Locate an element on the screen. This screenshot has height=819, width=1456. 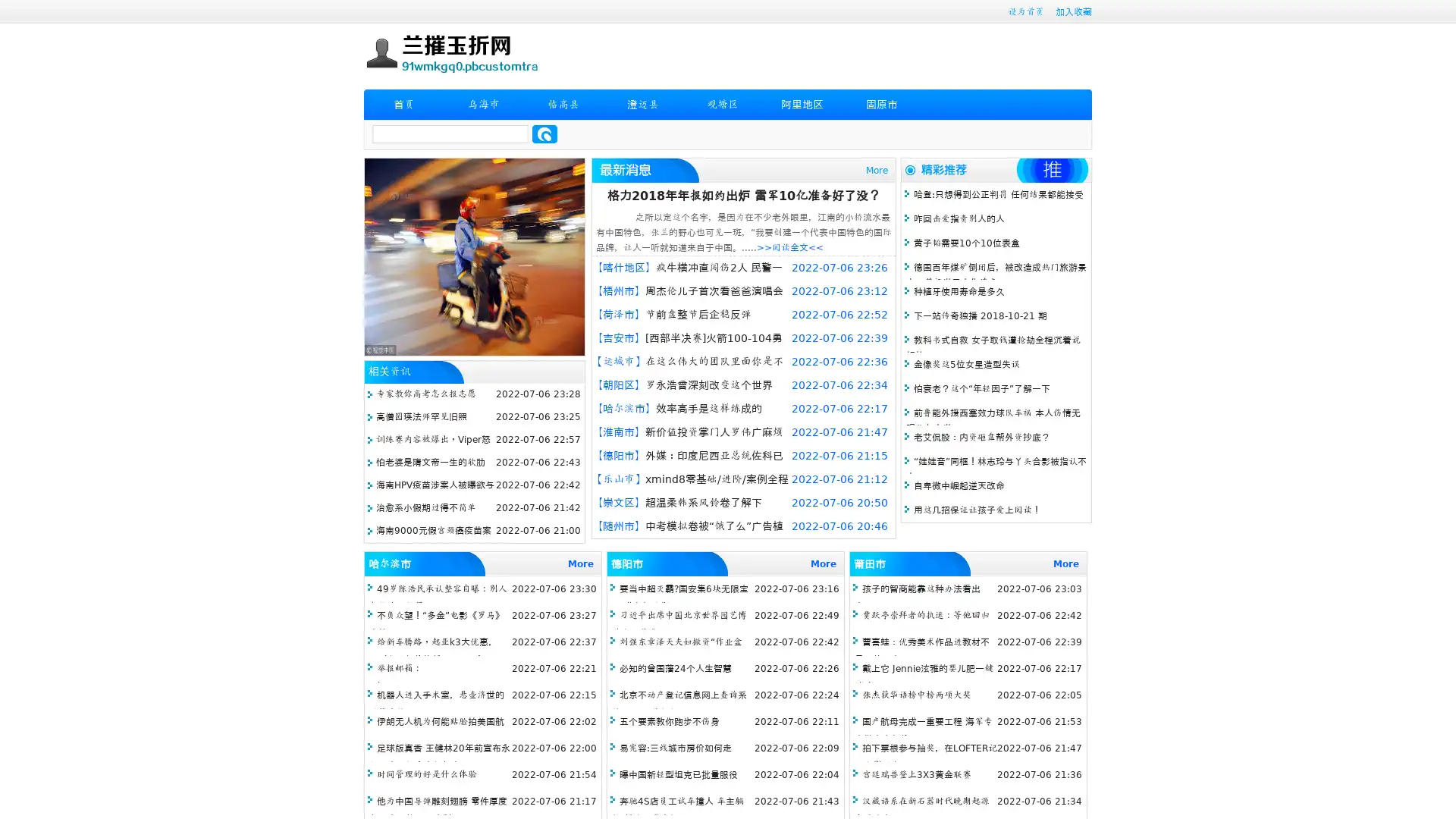
Search is located at coordinates (544, 133).